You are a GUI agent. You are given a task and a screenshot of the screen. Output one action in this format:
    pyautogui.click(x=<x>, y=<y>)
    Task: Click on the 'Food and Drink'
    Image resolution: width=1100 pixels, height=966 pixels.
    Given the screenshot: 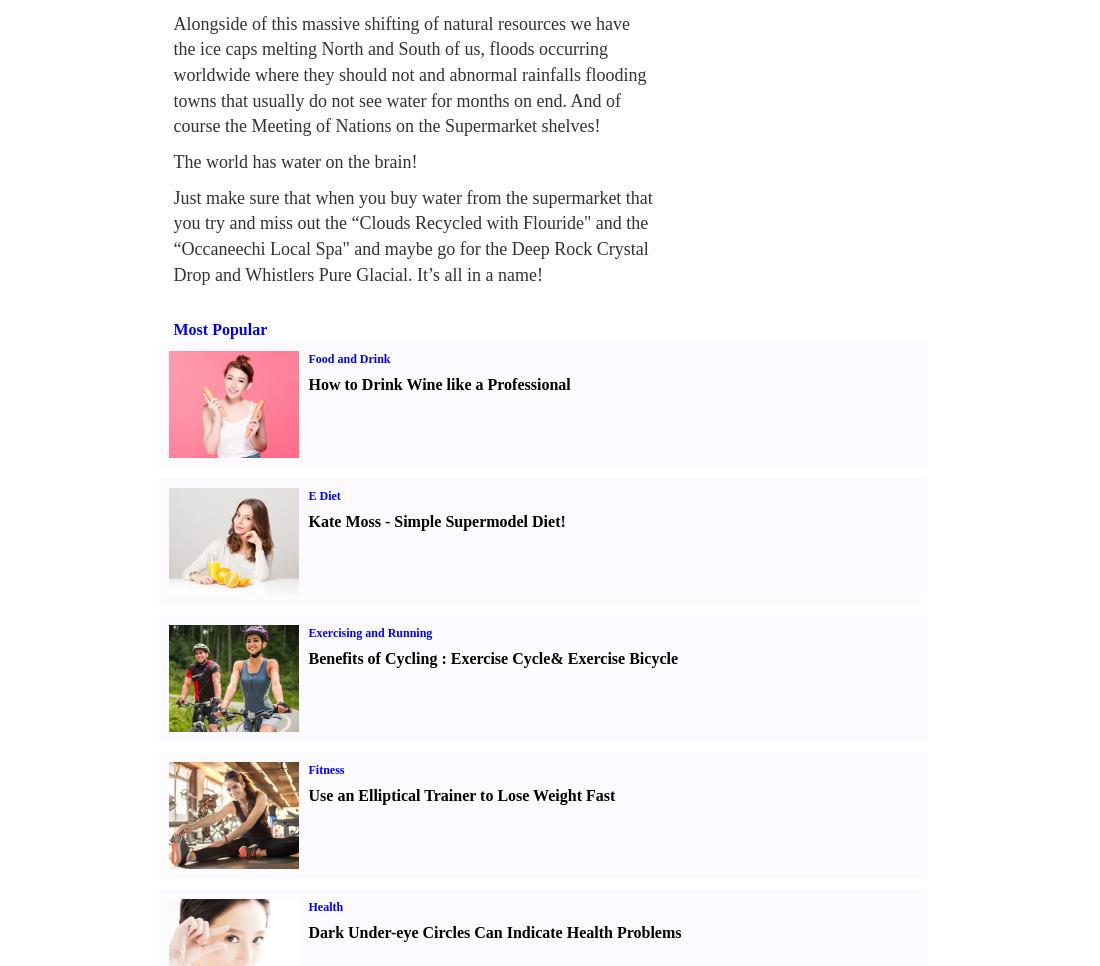 What is the action you would take?
    pyautogui.click(x=349, y=357)
    